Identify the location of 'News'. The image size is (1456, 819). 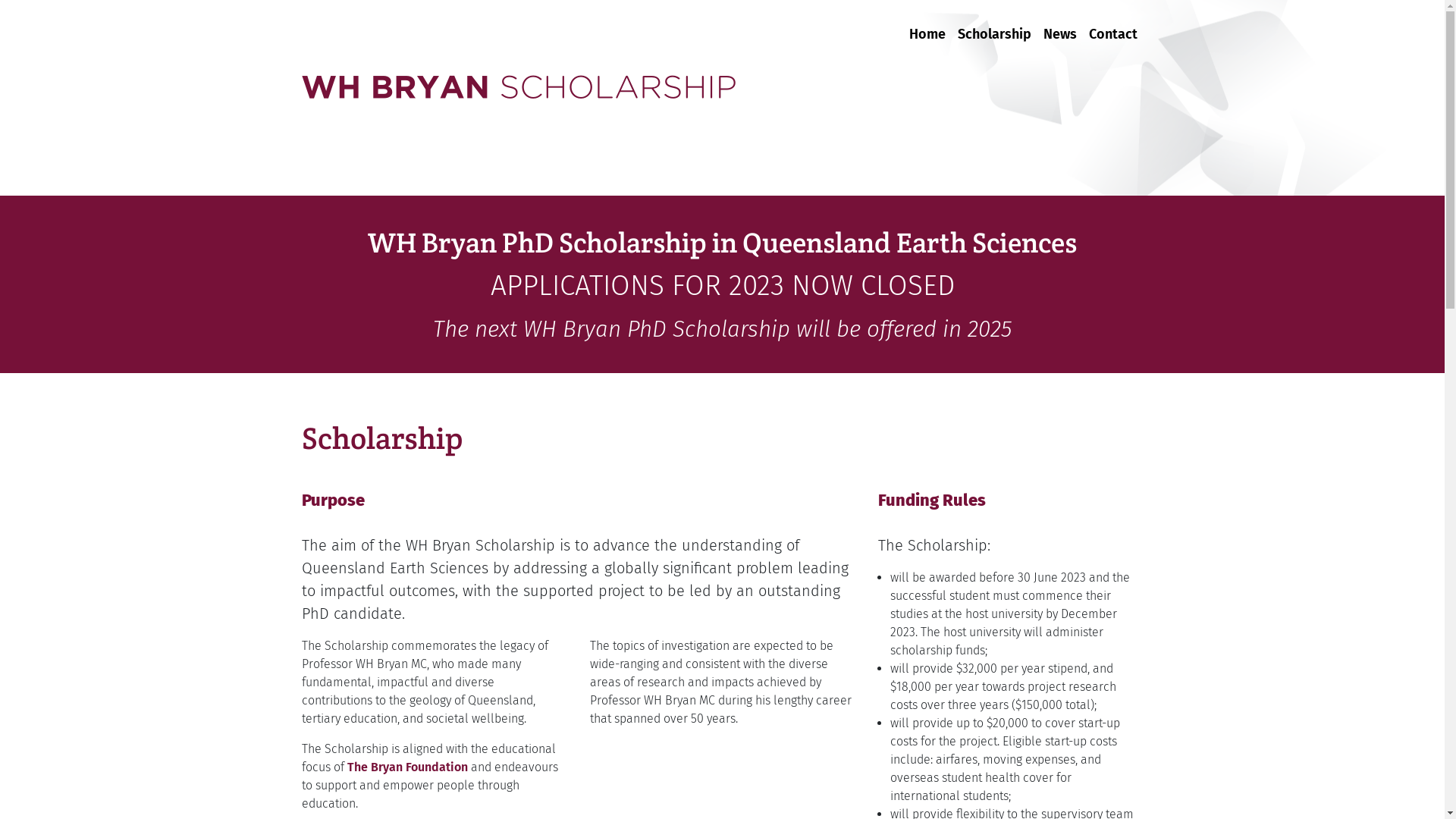
(1059, 25).